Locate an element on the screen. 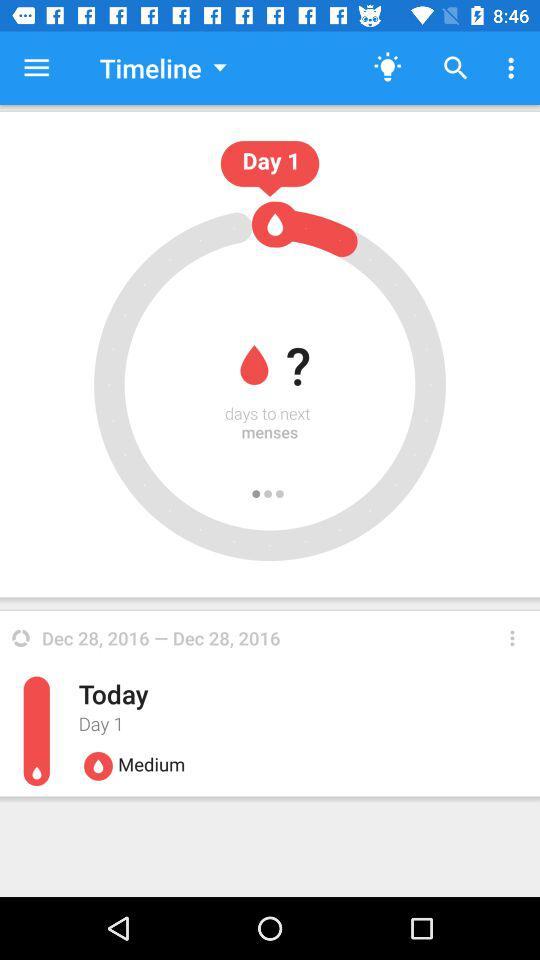  show options is located at coordinates (512, 637).